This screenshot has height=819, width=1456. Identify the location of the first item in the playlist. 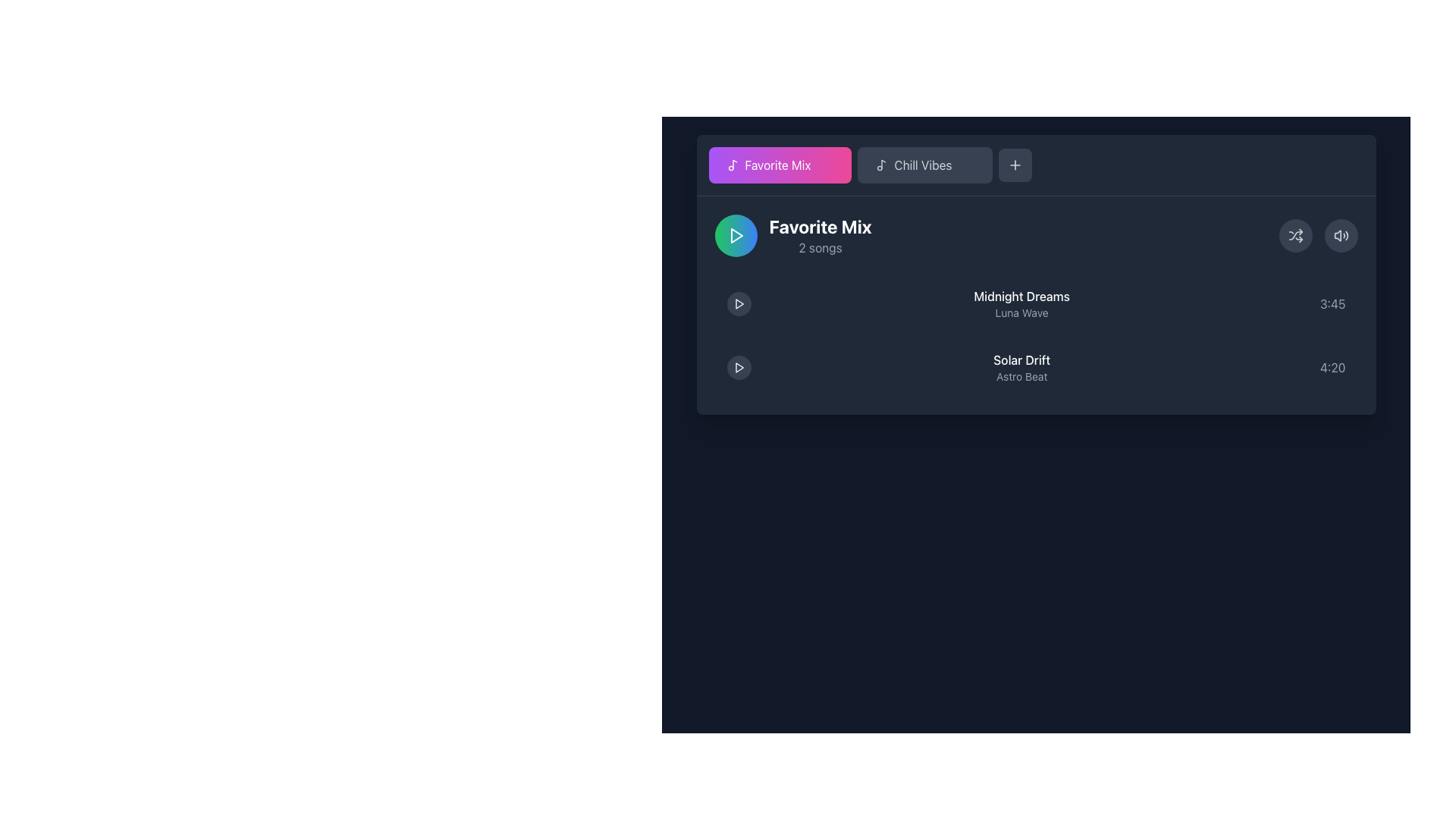
(1035, 304).